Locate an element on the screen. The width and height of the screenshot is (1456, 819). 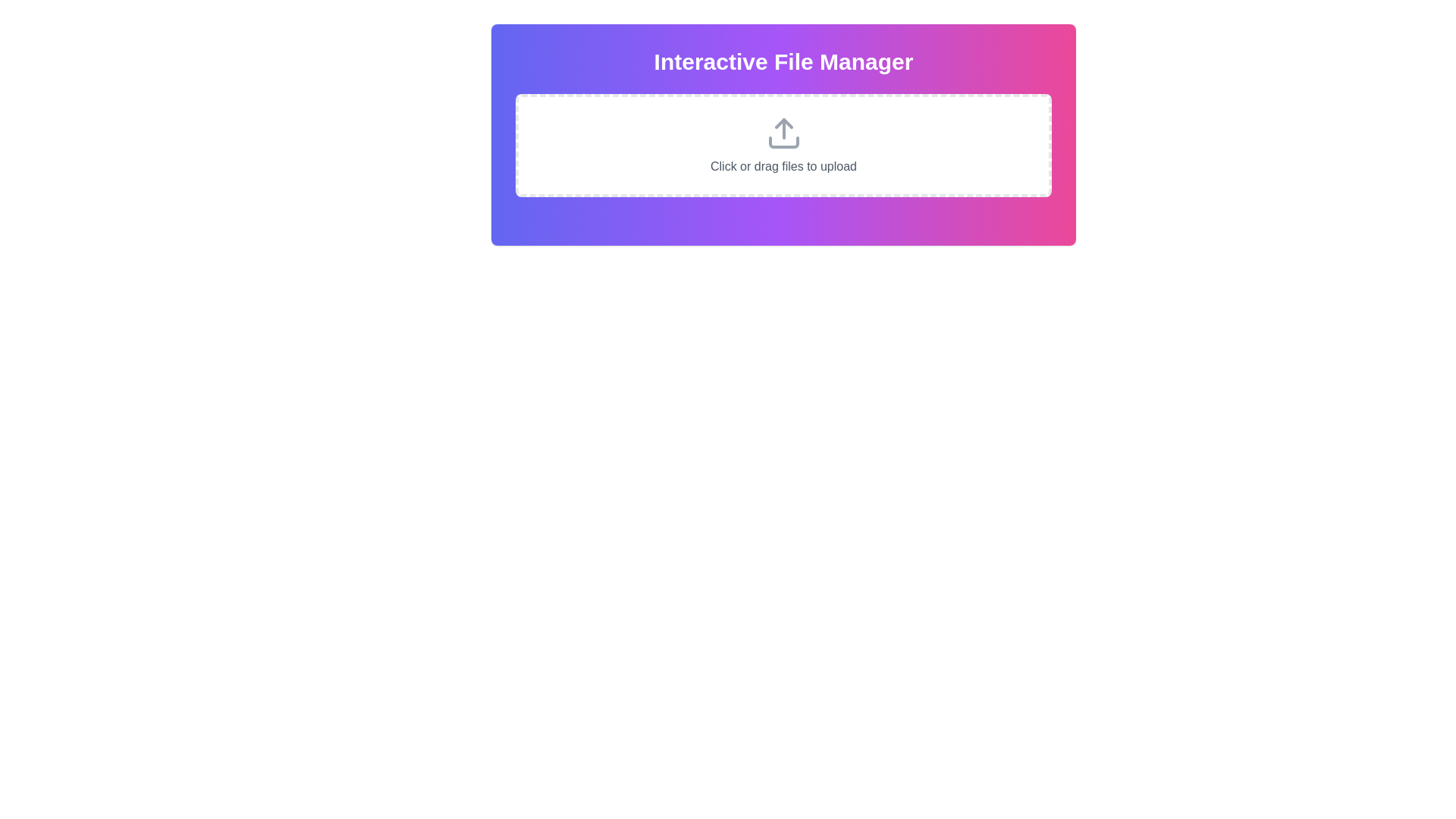
the Text Label that serves as the title or heading for the interface, indicating the purpose or branding of the component above the upload prompt is located at coordinates (783, 61).